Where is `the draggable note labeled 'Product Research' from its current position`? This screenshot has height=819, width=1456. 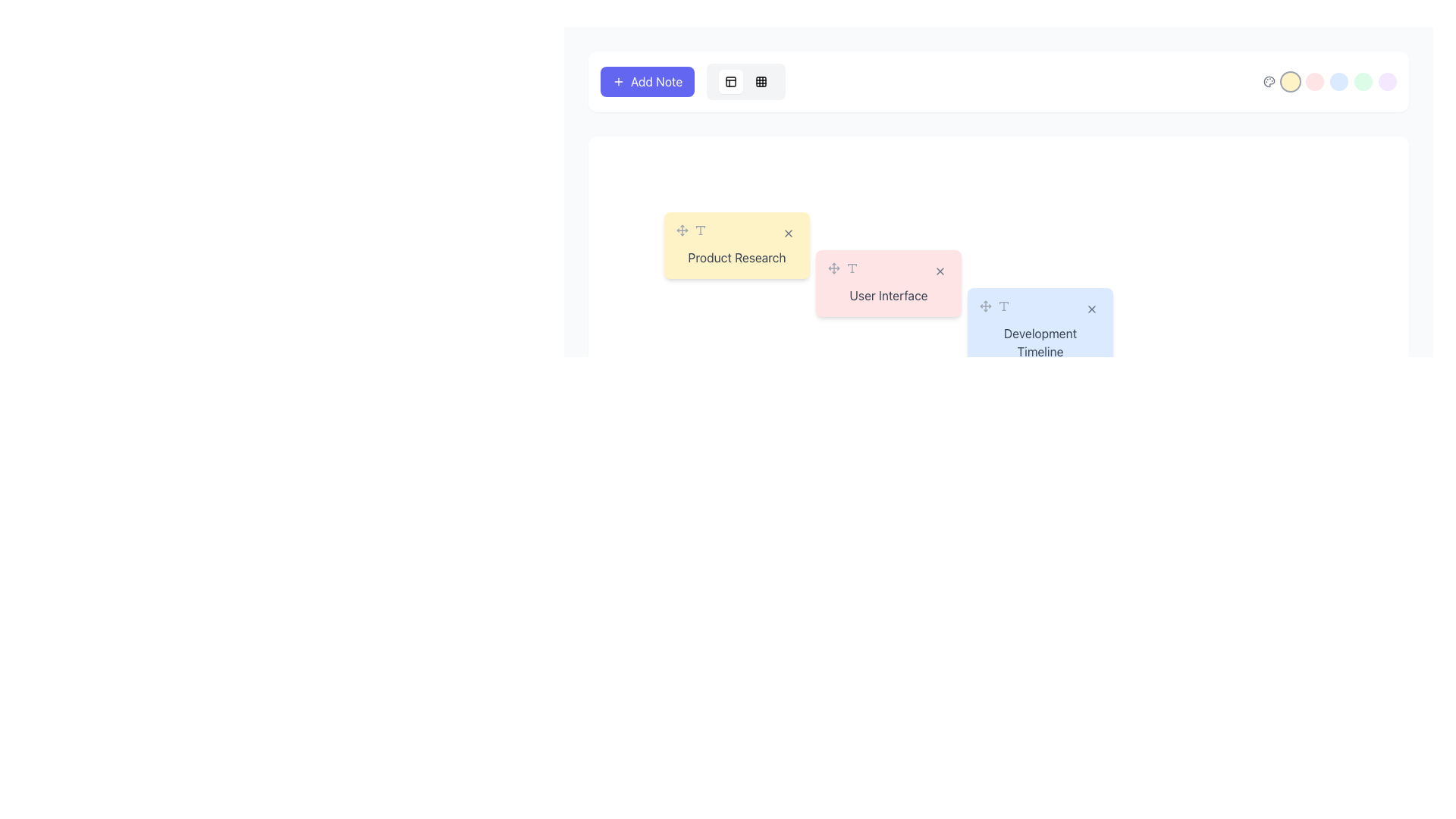 the draggable note labeled 'Product Research' from its current position is located at coordinates (736, 245).